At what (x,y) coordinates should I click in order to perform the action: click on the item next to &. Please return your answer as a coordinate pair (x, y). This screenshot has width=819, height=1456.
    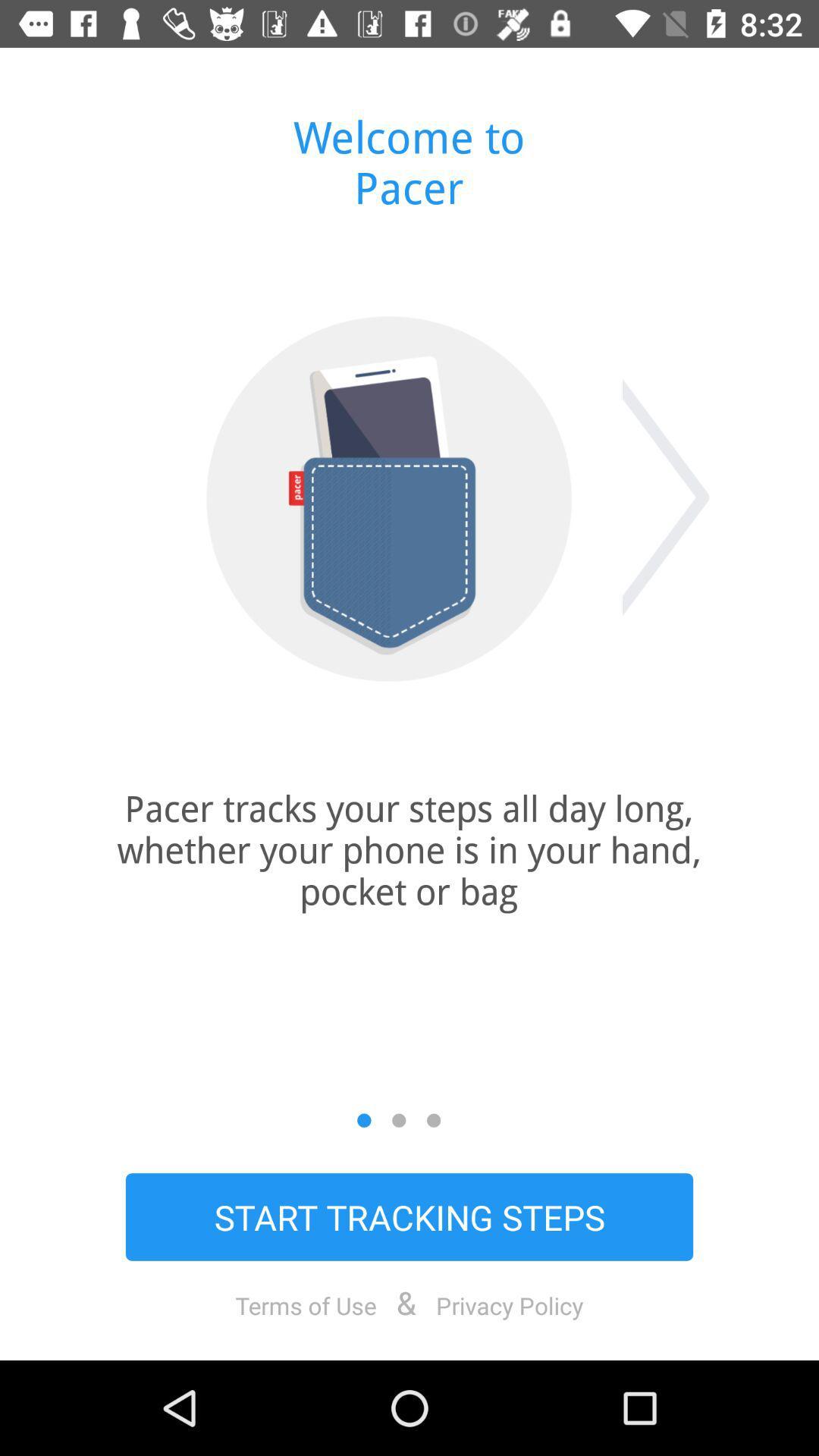
    Looking at the image, I should click on (306, 1304).